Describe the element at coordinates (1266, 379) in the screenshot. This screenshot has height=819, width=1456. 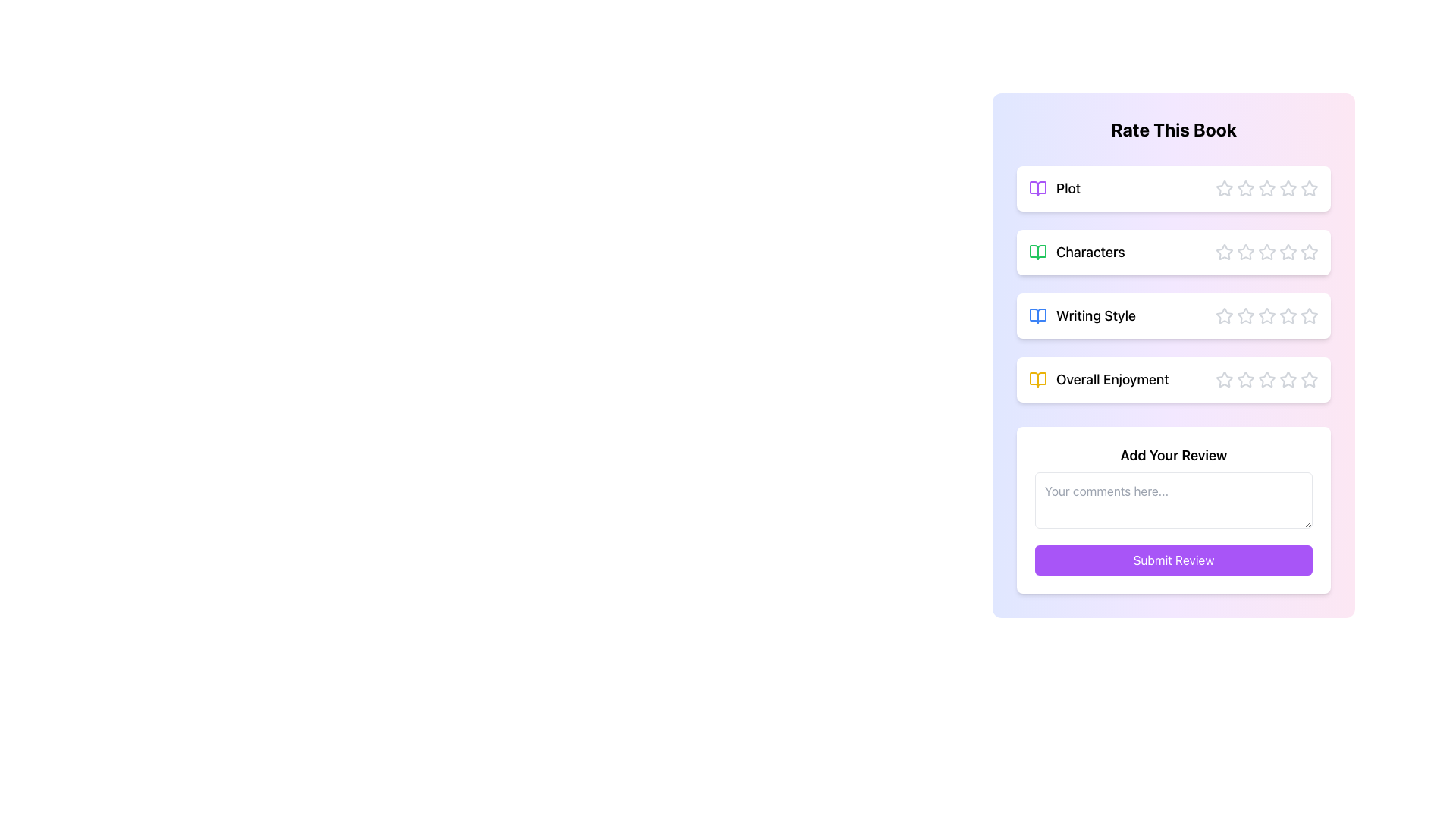
I see `the fourth star icon in the Overall Enjoyment rating section` at that location.